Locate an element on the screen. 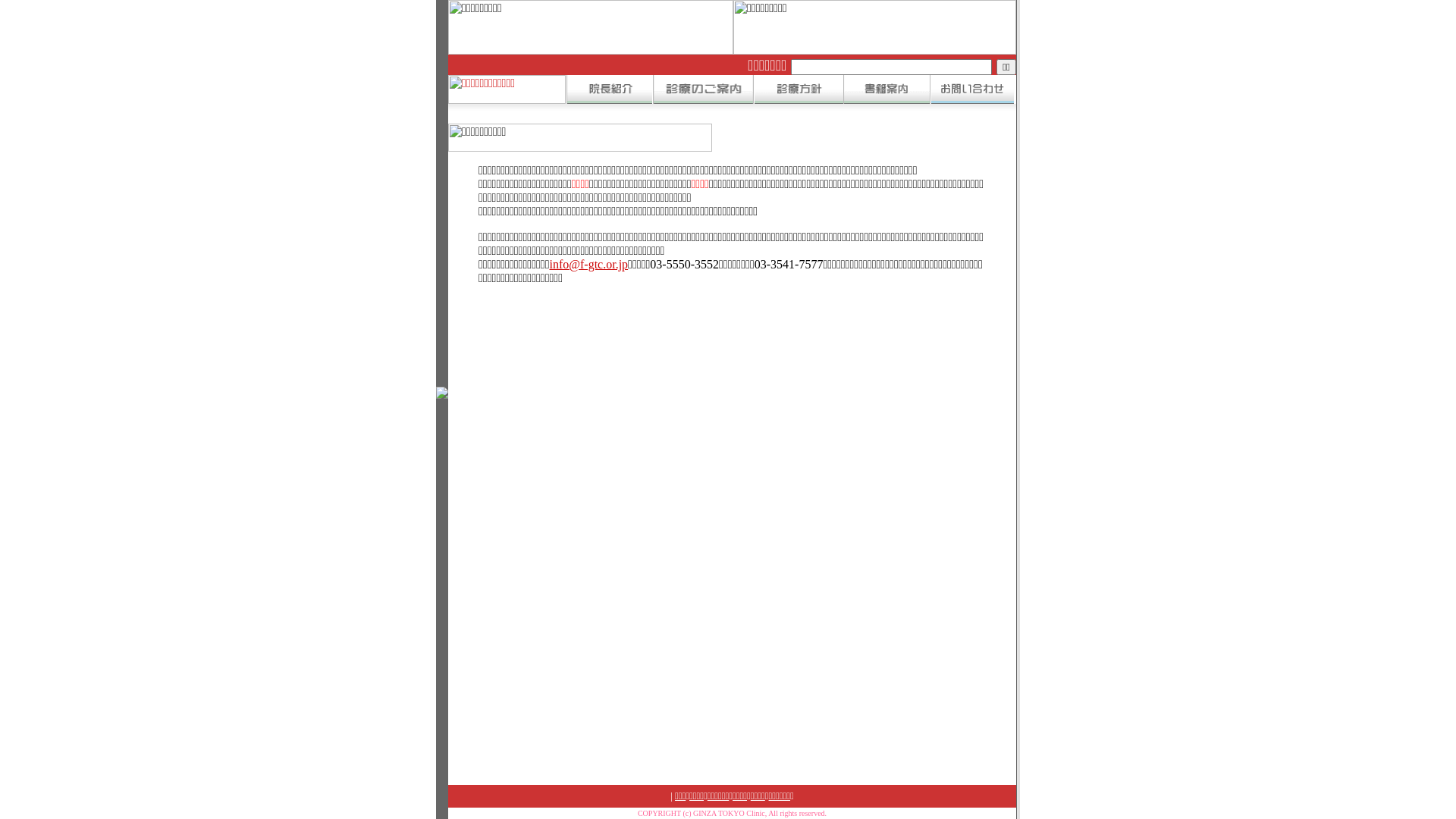  'info@f-gtc.or.jp' is located at coordinates (588, 263).